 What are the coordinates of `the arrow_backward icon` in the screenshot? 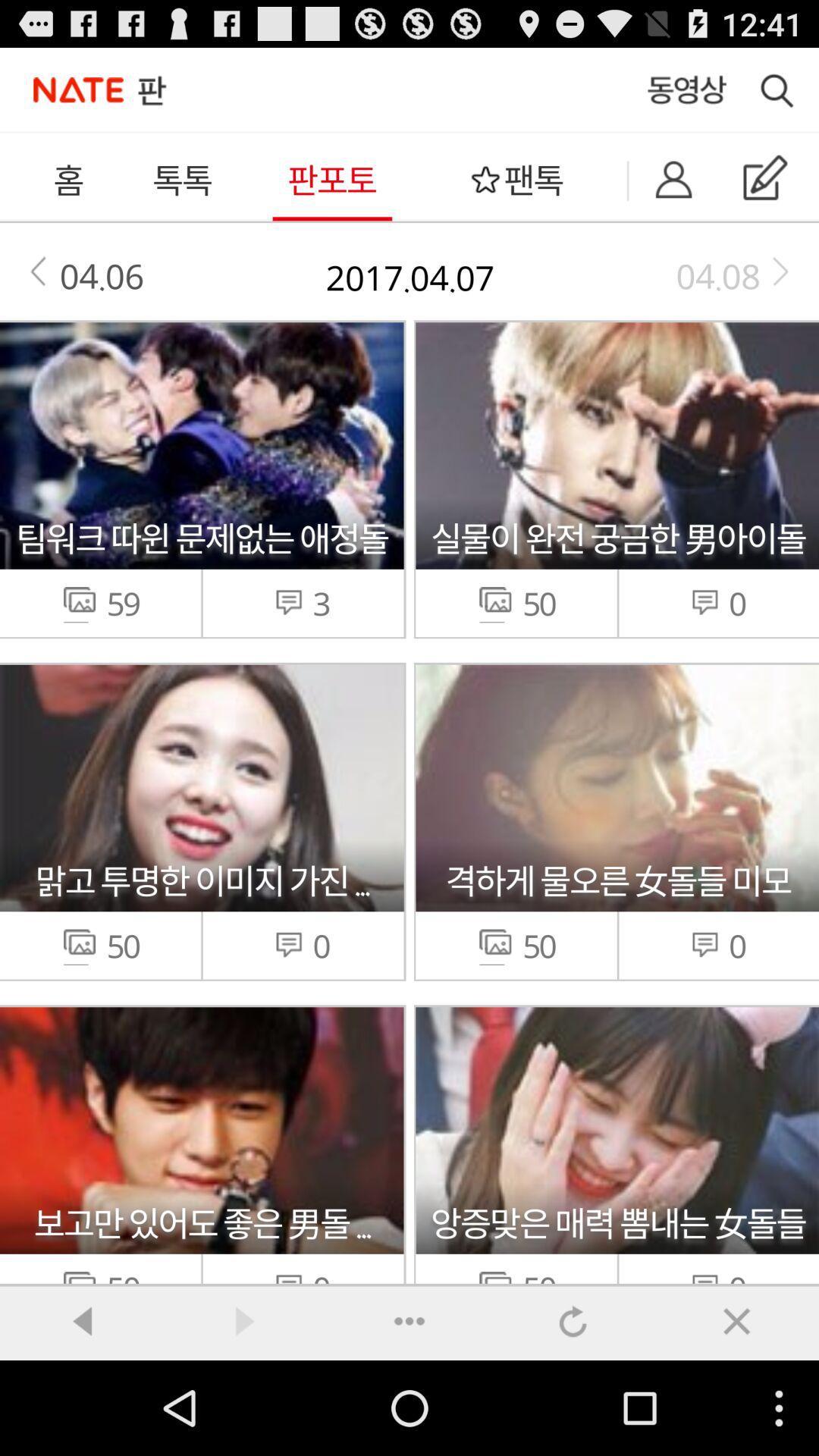 It's located at (82, 1413).